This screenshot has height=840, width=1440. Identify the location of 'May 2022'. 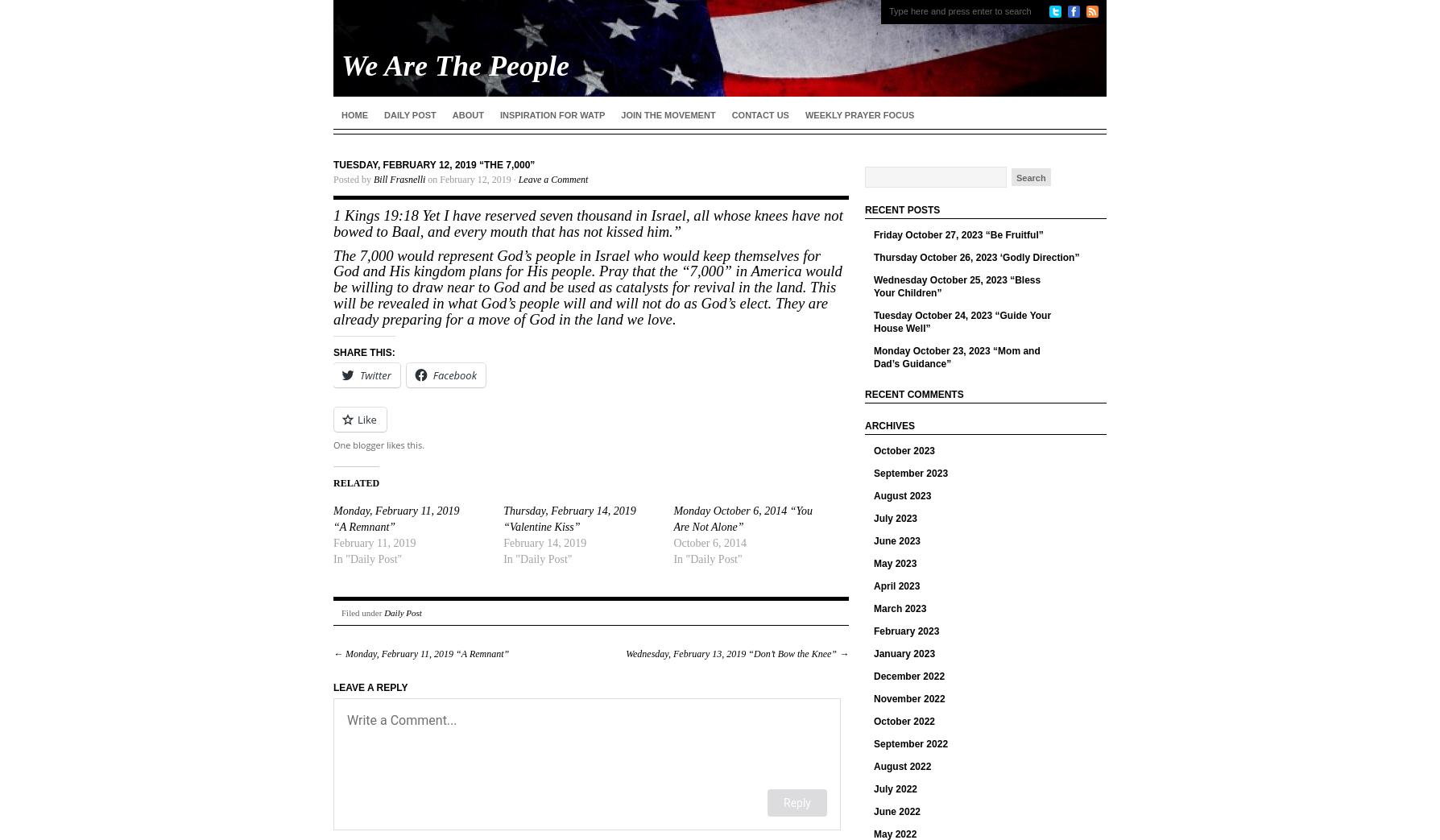
(895, 834).